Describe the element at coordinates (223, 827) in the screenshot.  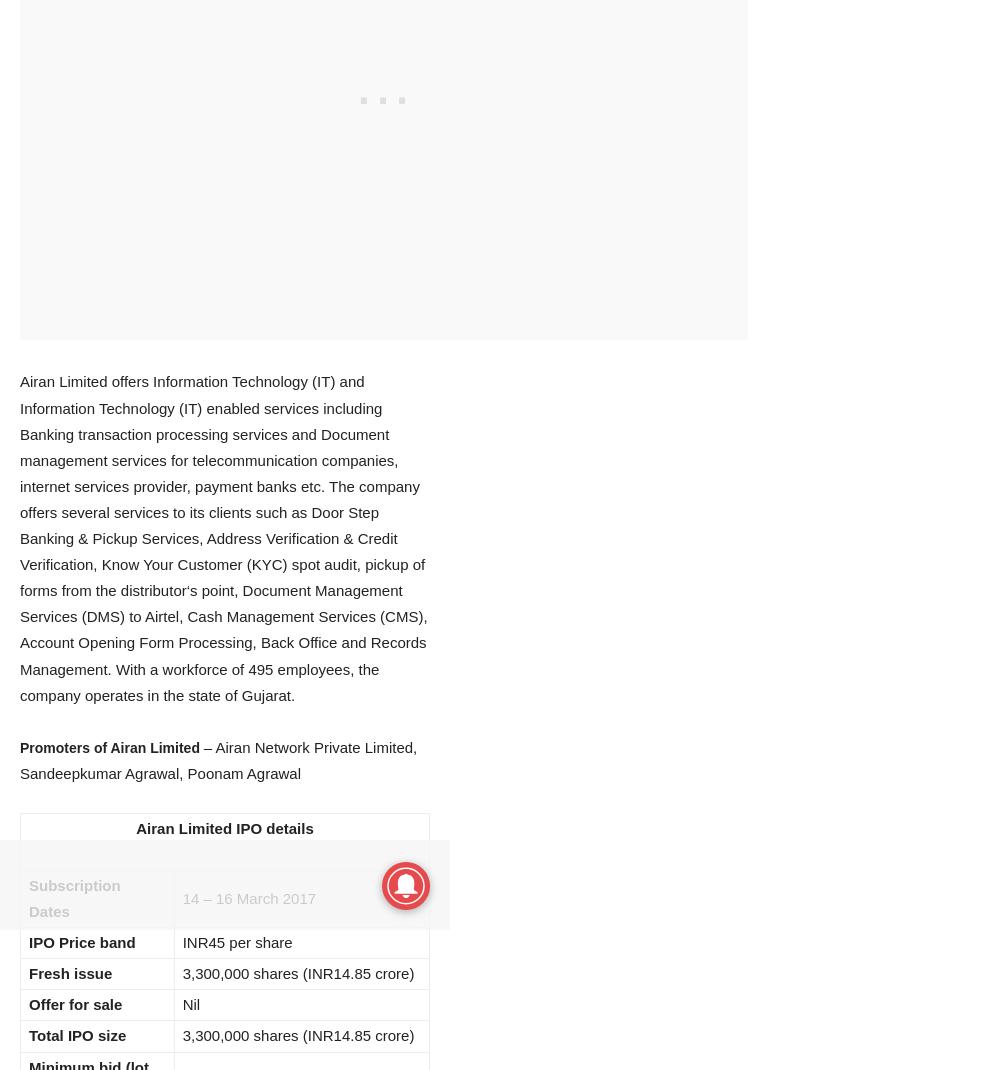
I see `'Airan Limited IPO details'` at that location.